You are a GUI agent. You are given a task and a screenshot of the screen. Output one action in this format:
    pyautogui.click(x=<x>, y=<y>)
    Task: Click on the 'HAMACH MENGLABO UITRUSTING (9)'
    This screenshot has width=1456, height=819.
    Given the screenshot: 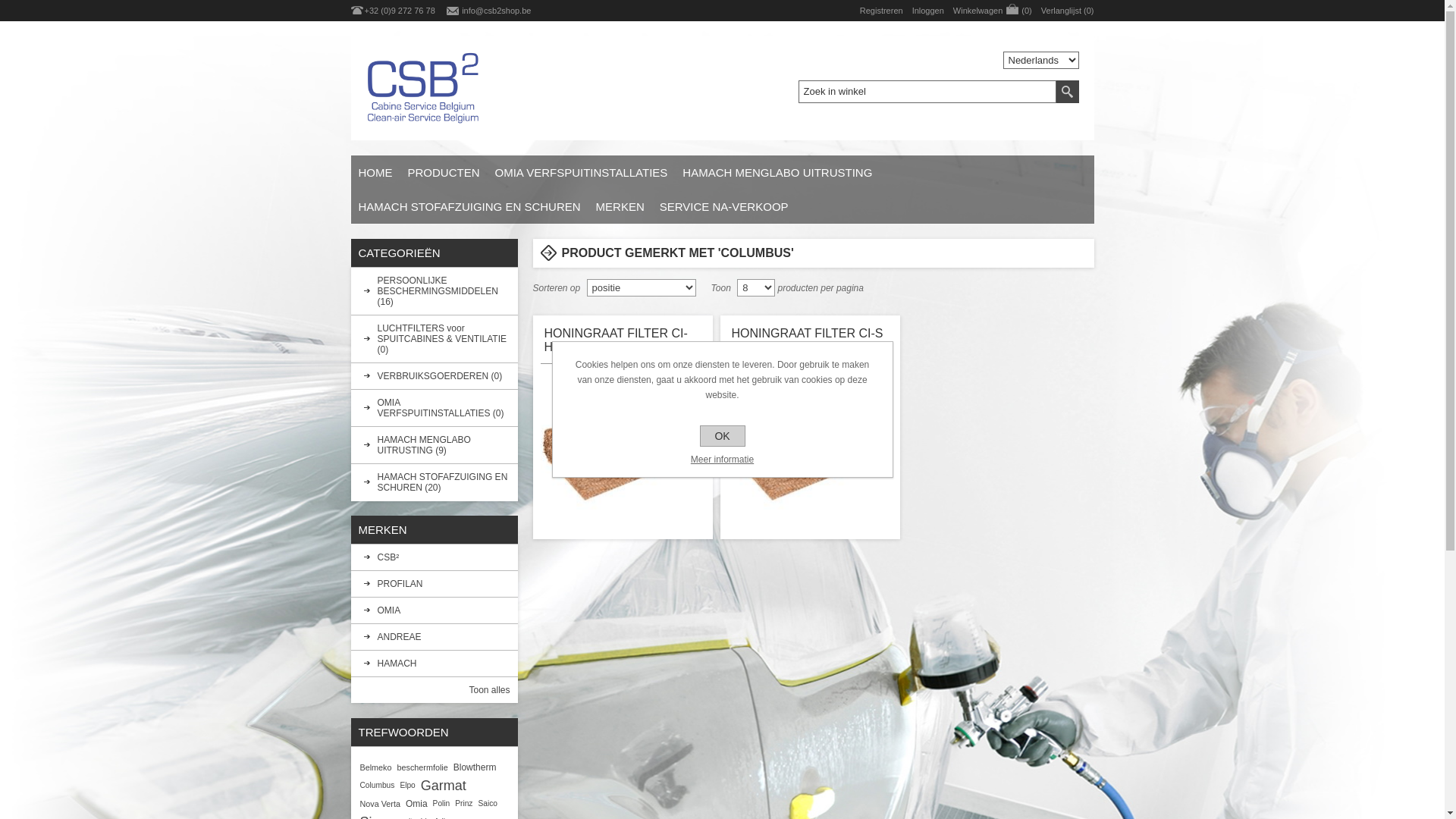 What is the action you would take?
    pyautogui.click(x=349, y=444)
    